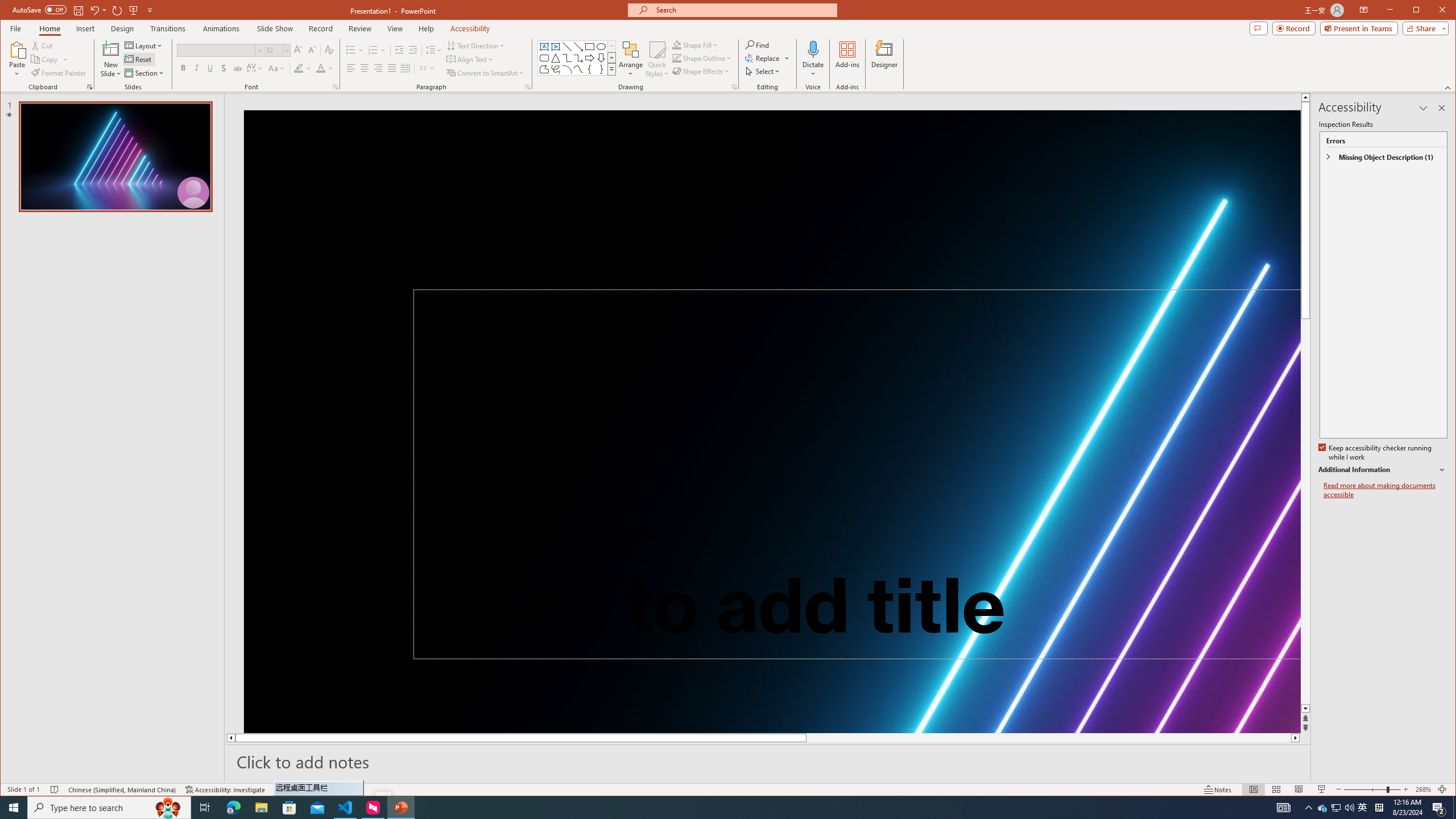 Image resolution: width=1456 pixels, height=819 pixels. What do you see at coordinates (345, 806) in the screenshot?
I see `'Visual Studio Code - 1 running window'` at bounding box center [345, 806].